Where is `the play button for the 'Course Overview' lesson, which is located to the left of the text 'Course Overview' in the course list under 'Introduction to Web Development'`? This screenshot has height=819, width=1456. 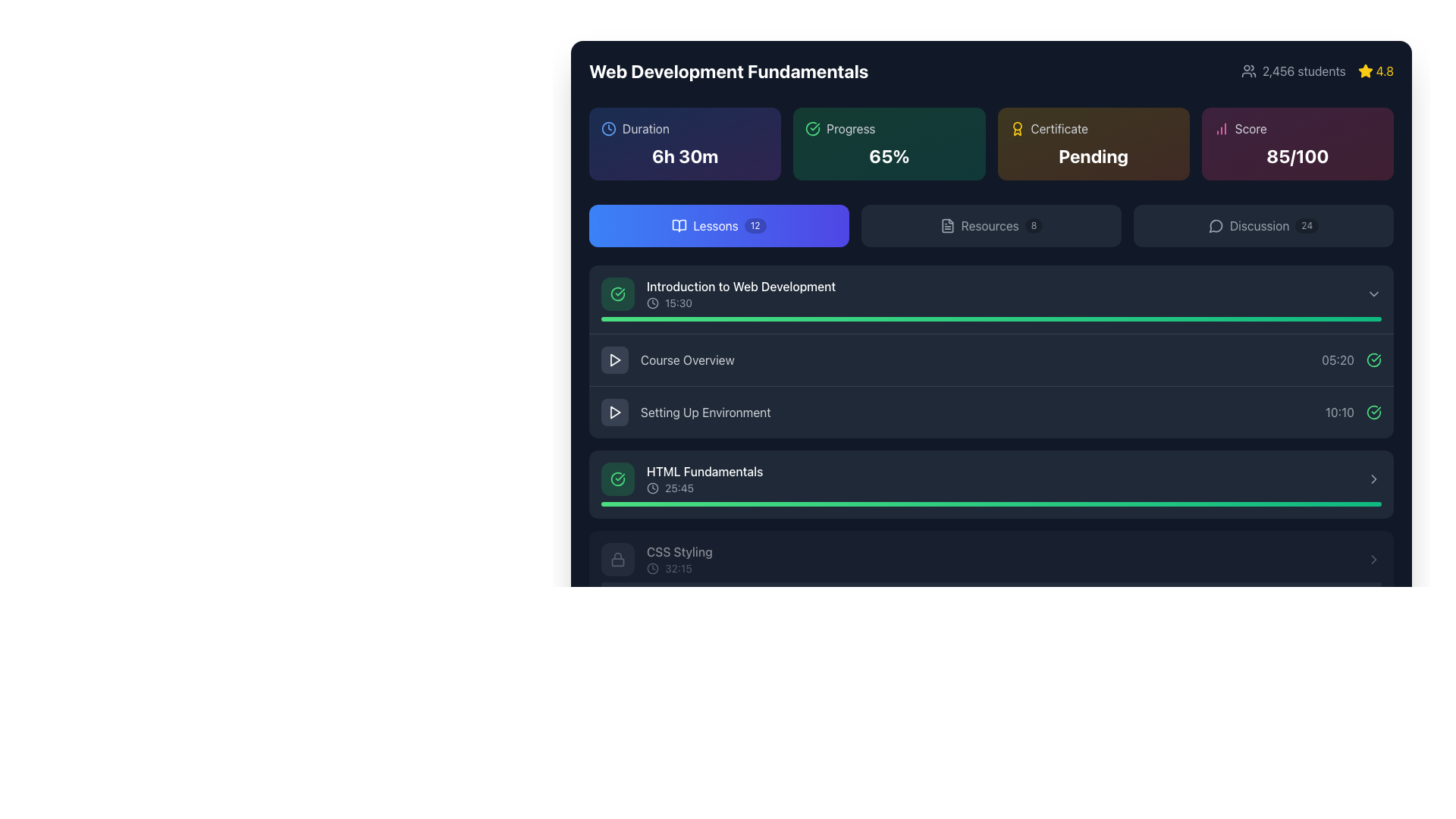
the play button for the 'Course Overview' lesson, which is located to the left of the text 'Course Overview' in the course list under 'Introduction to Web Development' is located at coordinates (615, 359).